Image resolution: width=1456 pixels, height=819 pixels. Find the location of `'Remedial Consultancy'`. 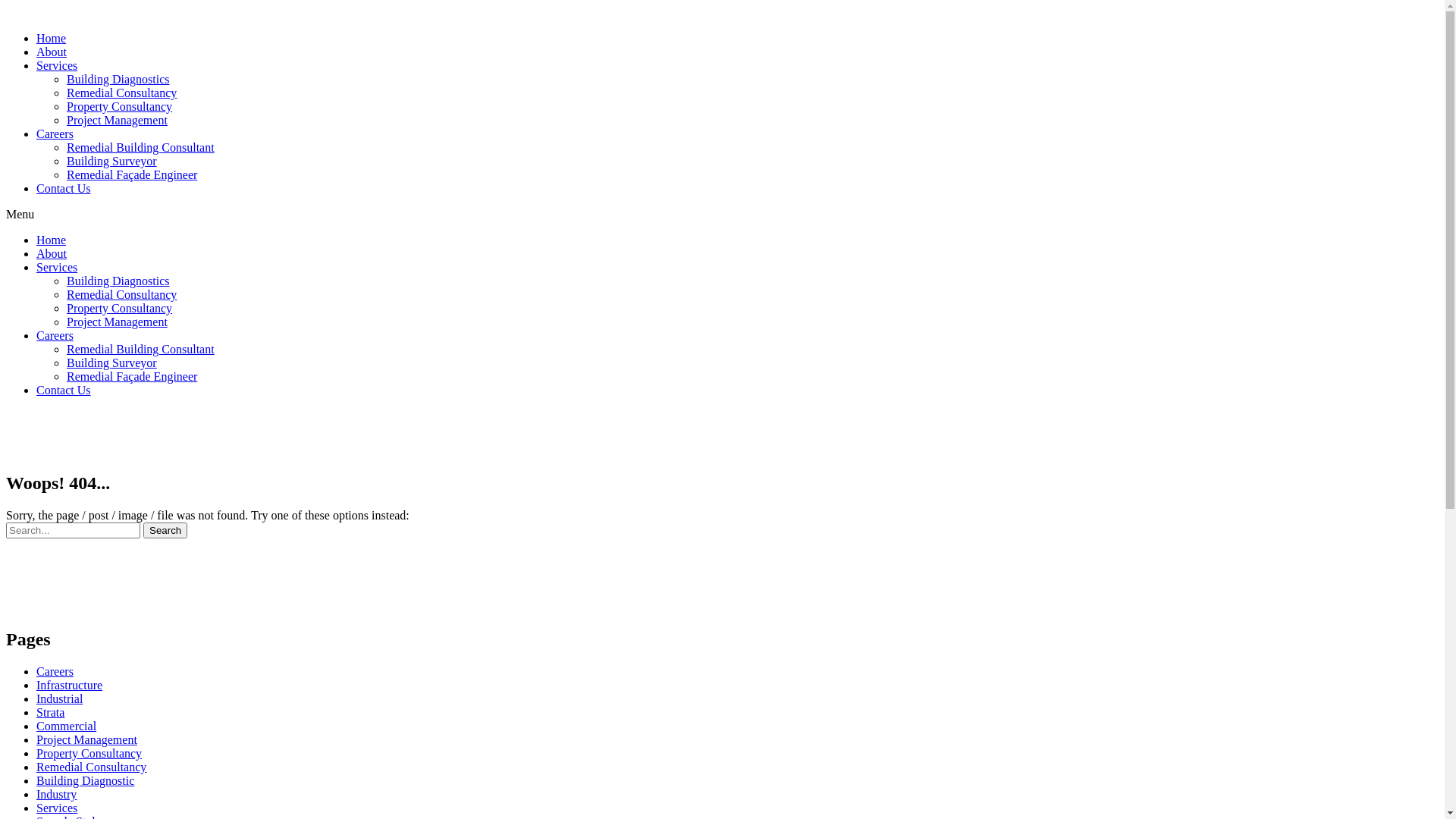

'Remedial Consultancy' is located at coordinates (121, 93).